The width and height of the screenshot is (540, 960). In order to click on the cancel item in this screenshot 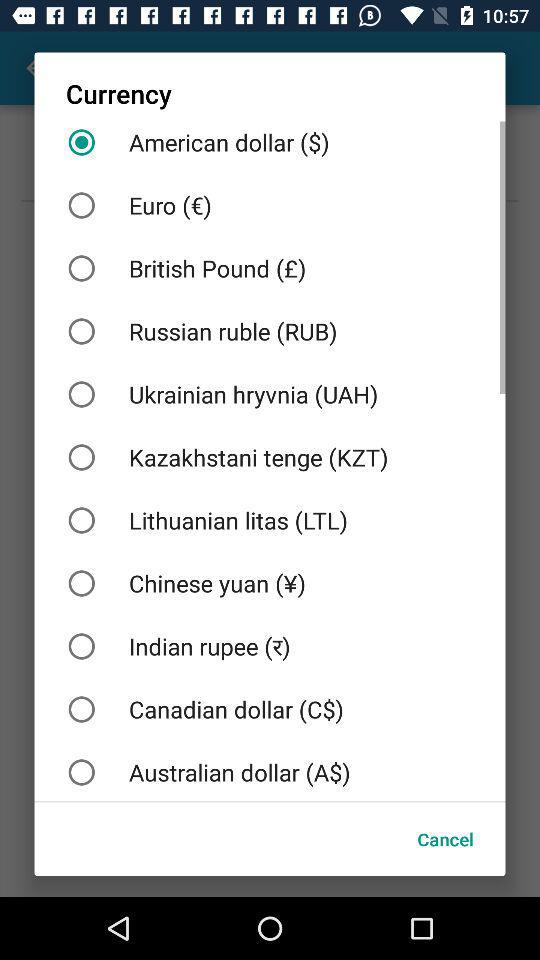, I will do `click(445, 839)`.